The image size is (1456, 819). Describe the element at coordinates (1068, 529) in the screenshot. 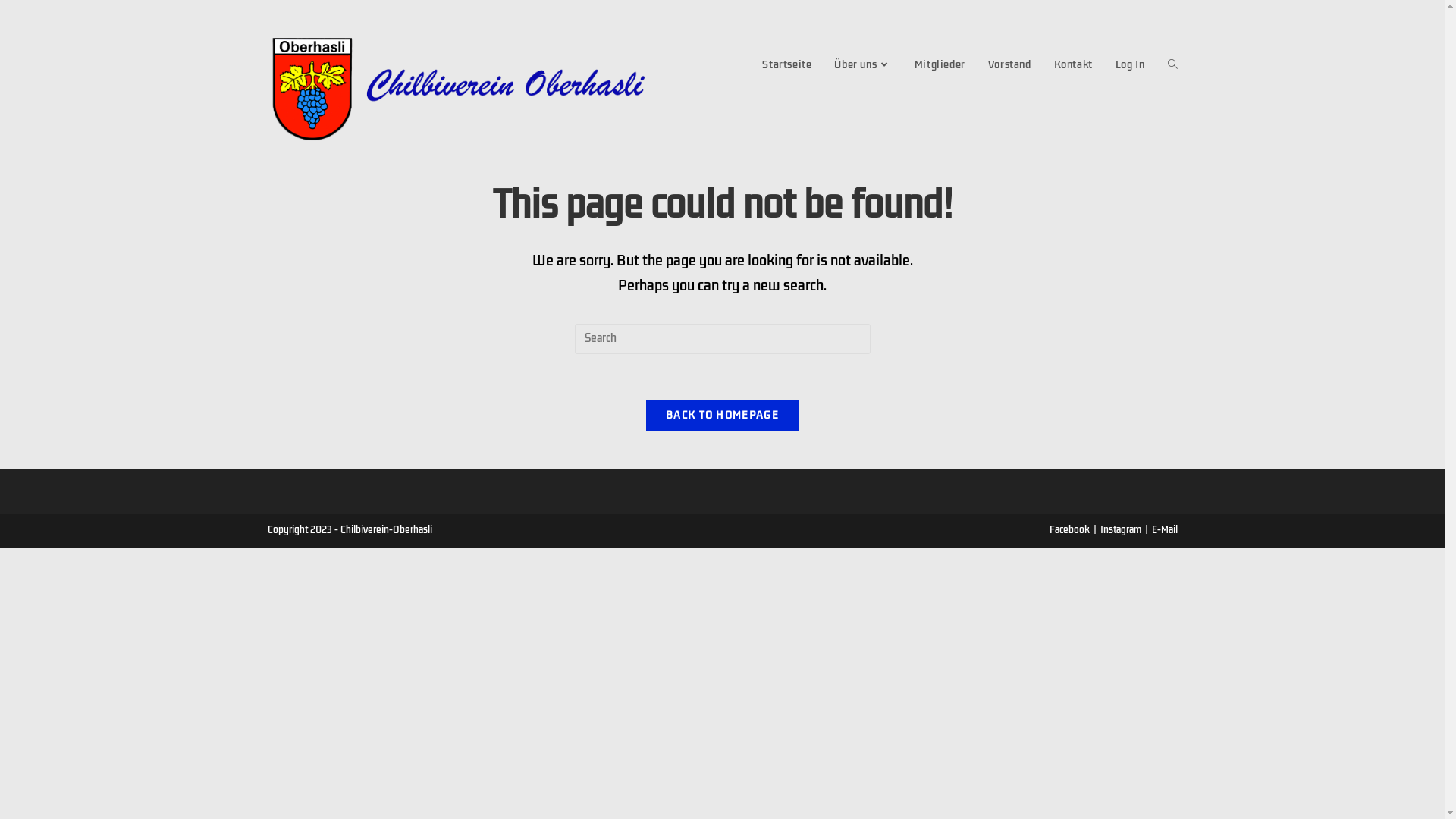

I see `'Facebook'` at that location.